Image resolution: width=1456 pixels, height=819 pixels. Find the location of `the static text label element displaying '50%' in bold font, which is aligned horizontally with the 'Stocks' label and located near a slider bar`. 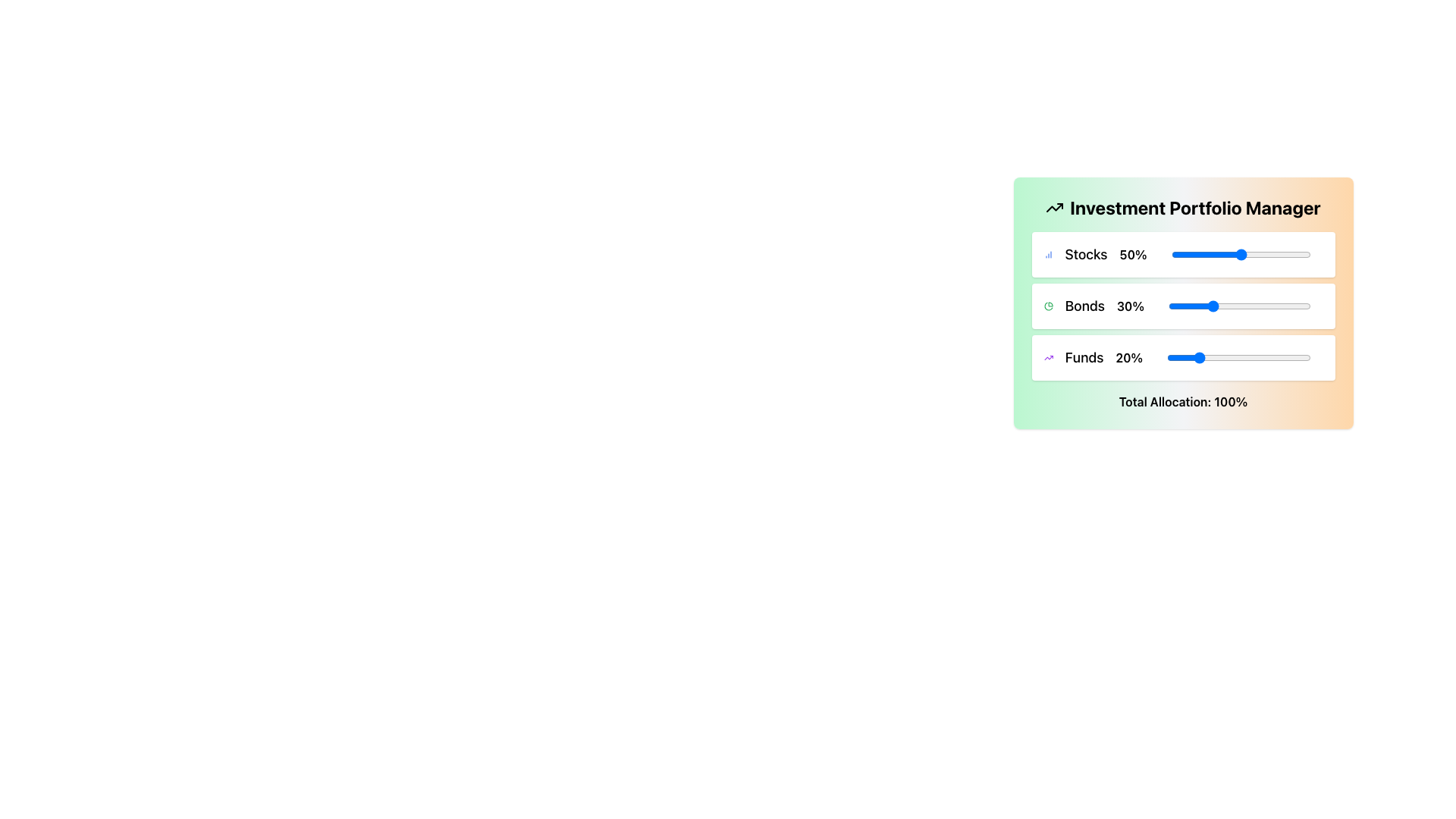

the static text label element displaying '50%' in bold font, which is aligned horizontally with the 'Stocks' label and located near a slider bar is located at coordinates (1133, 253).